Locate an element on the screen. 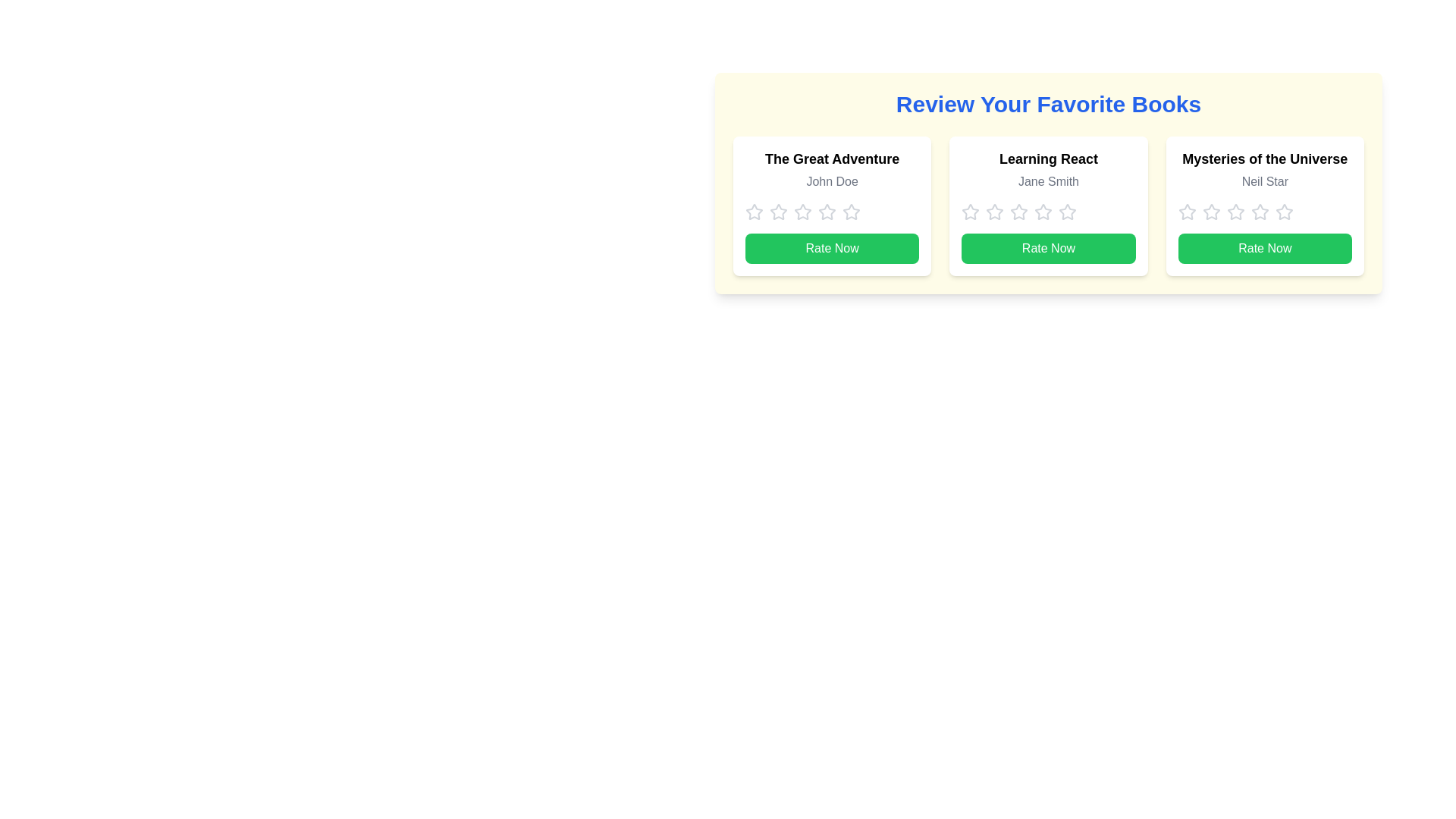 The image size is (1456, 819). the 'Rate Now' button located below the book title 'The Great Adventure' by John Doe to initiate the rating action is located at coordinates (831, 247).